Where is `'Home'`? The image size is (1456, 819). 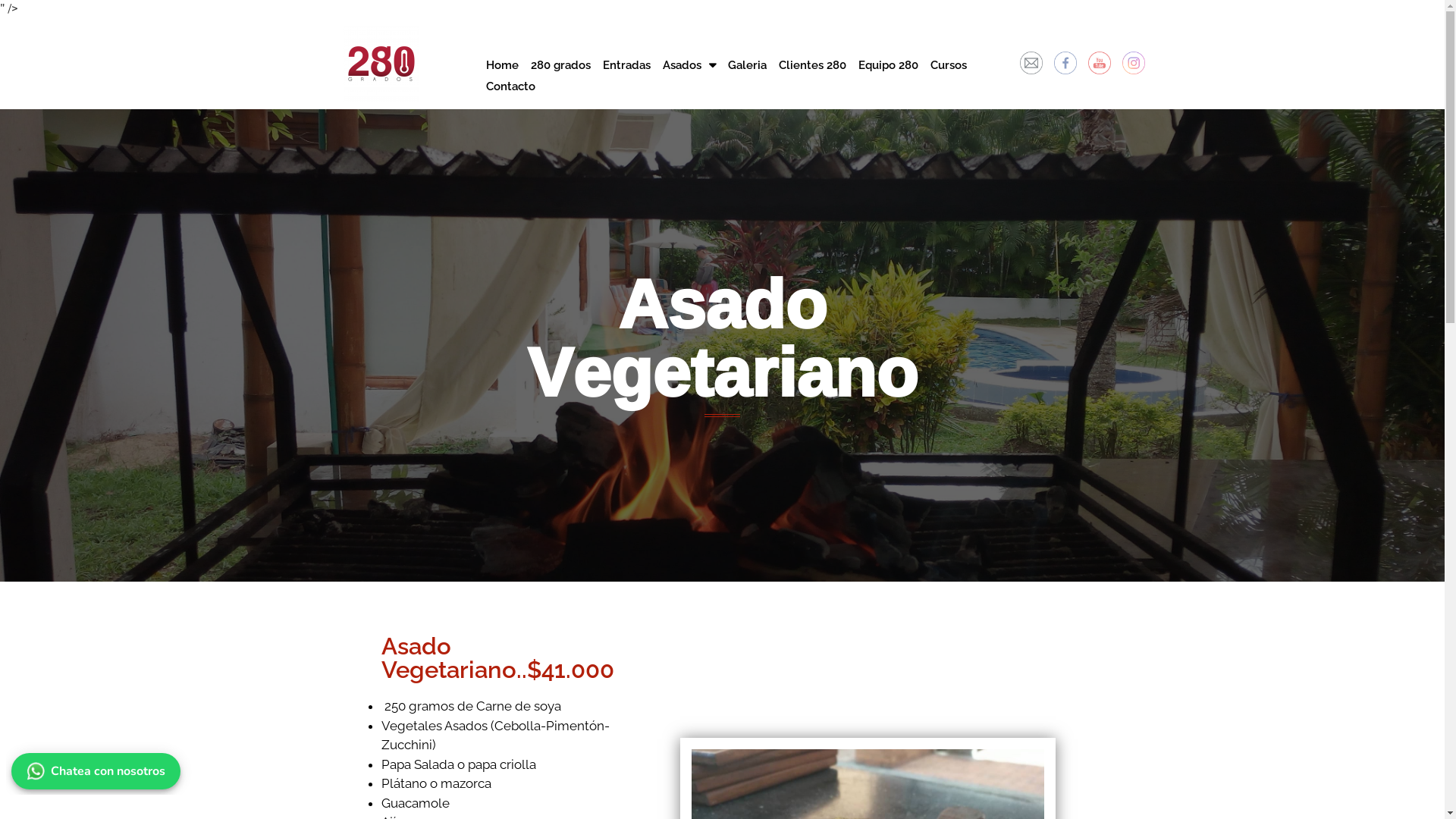
'Home' is located at coordinates (479, 64).